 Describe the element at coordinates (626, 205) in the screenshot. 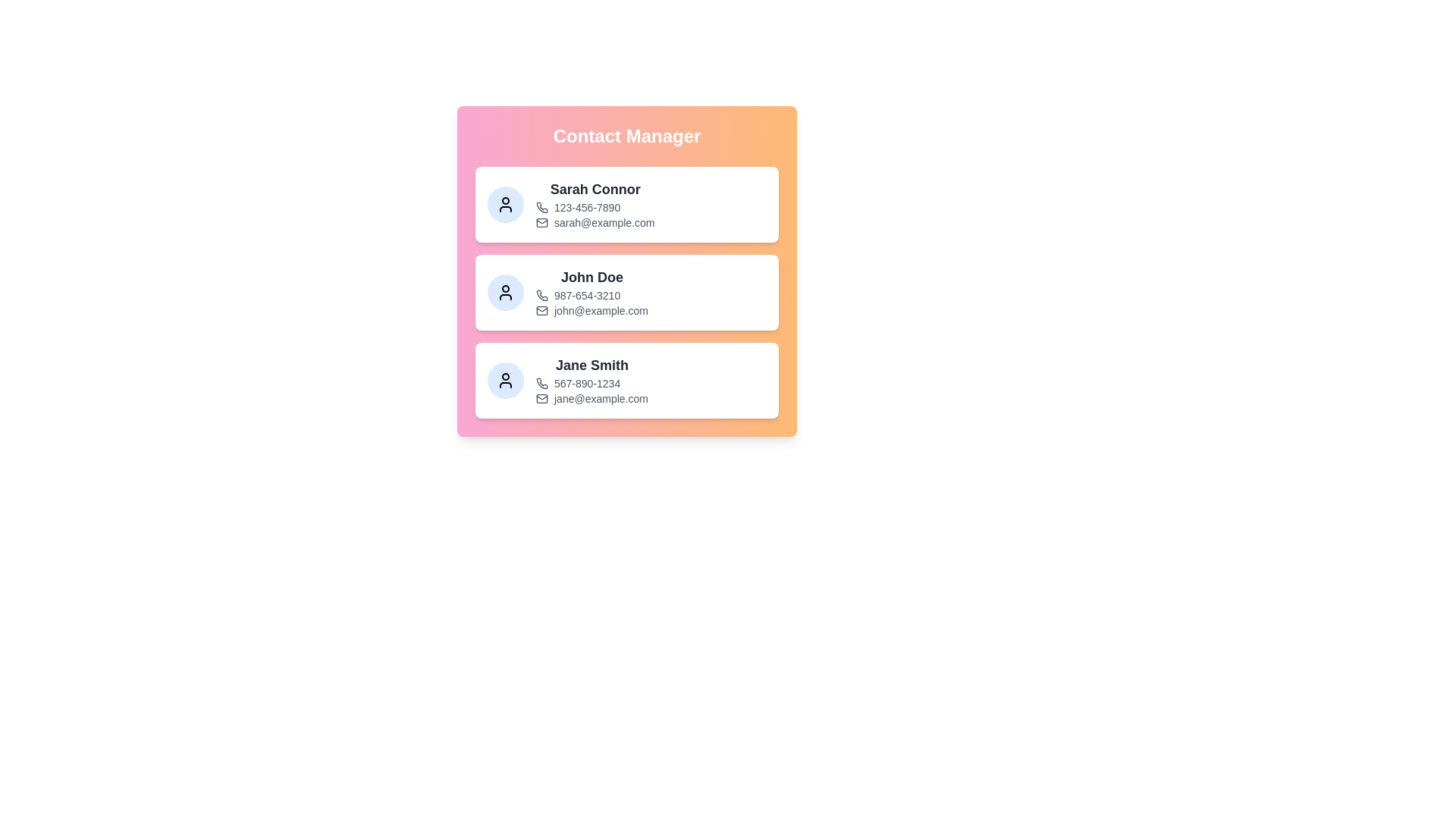

I see `the contact card to view details for Sarah Connor` at that location.